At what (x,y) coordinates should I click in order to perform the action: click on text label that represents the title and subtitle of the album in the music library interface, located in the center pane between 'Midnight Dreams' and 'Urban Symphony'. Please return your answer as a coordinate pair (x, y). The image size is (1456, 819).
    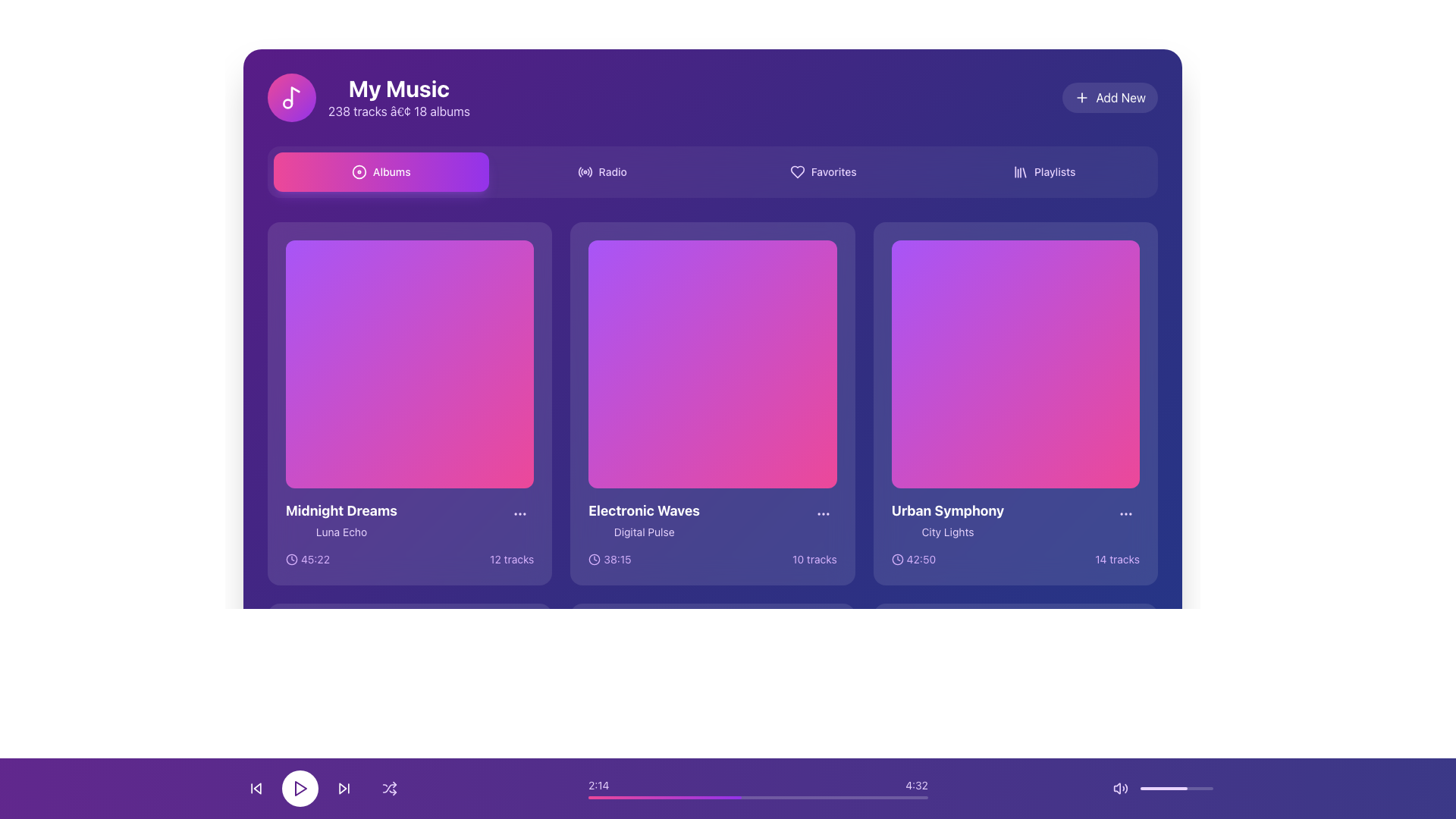
    Looking at the image, I should click on (644, 519).